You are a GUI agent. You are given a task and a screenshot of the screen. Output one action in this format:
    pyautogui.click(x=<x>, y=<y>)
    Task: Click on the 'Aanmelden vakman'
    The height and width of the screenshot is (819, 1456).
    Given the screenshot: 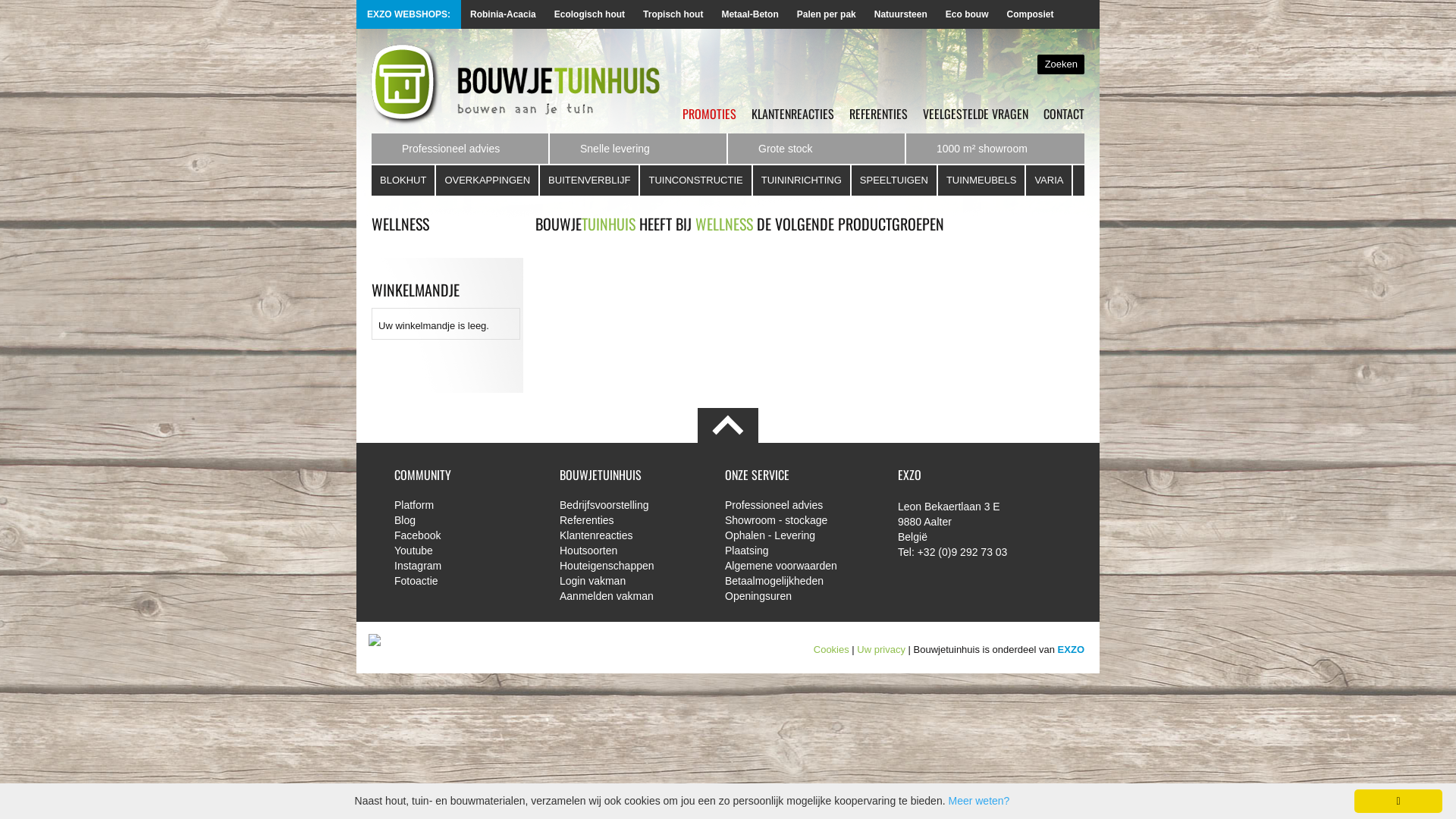 What is the action you would take?
    pyautogui.click(x=630, y=595)
    